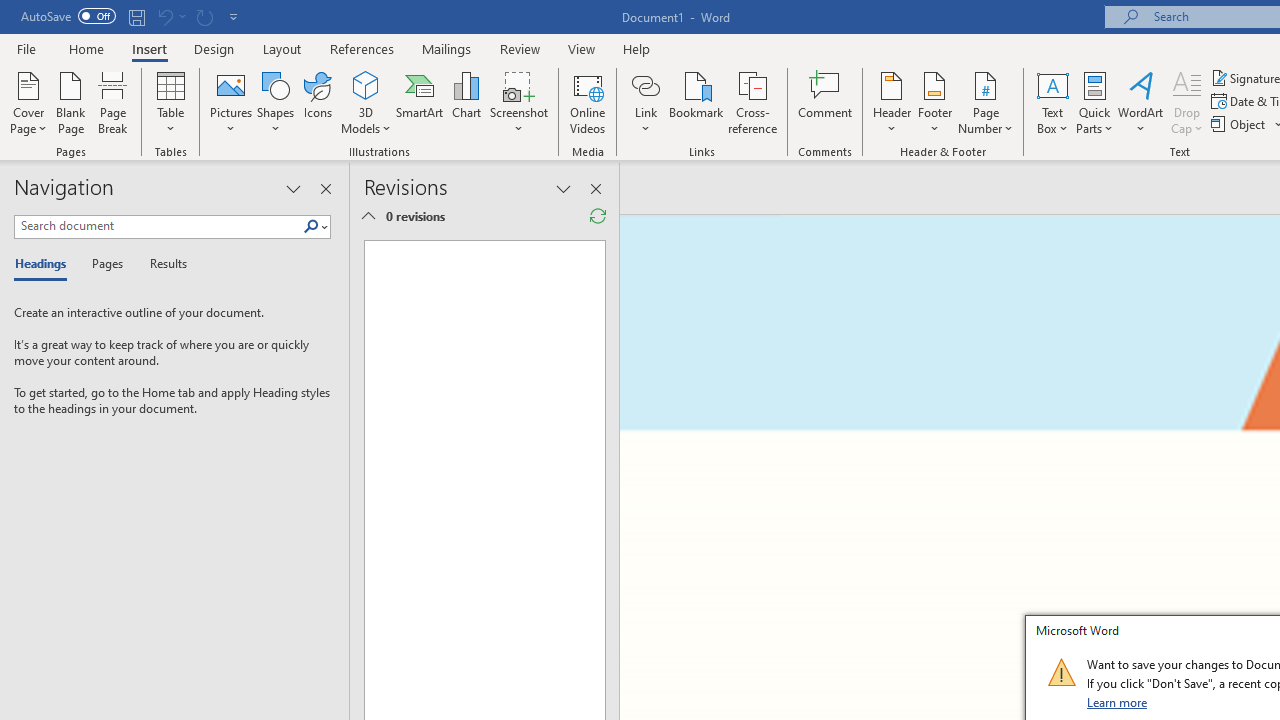 This screenshot has width=1280, height=720. What do you see at coordinates (104, 264) in the screenshot?
I see `'Pages'` at bounding box center [104, 264].